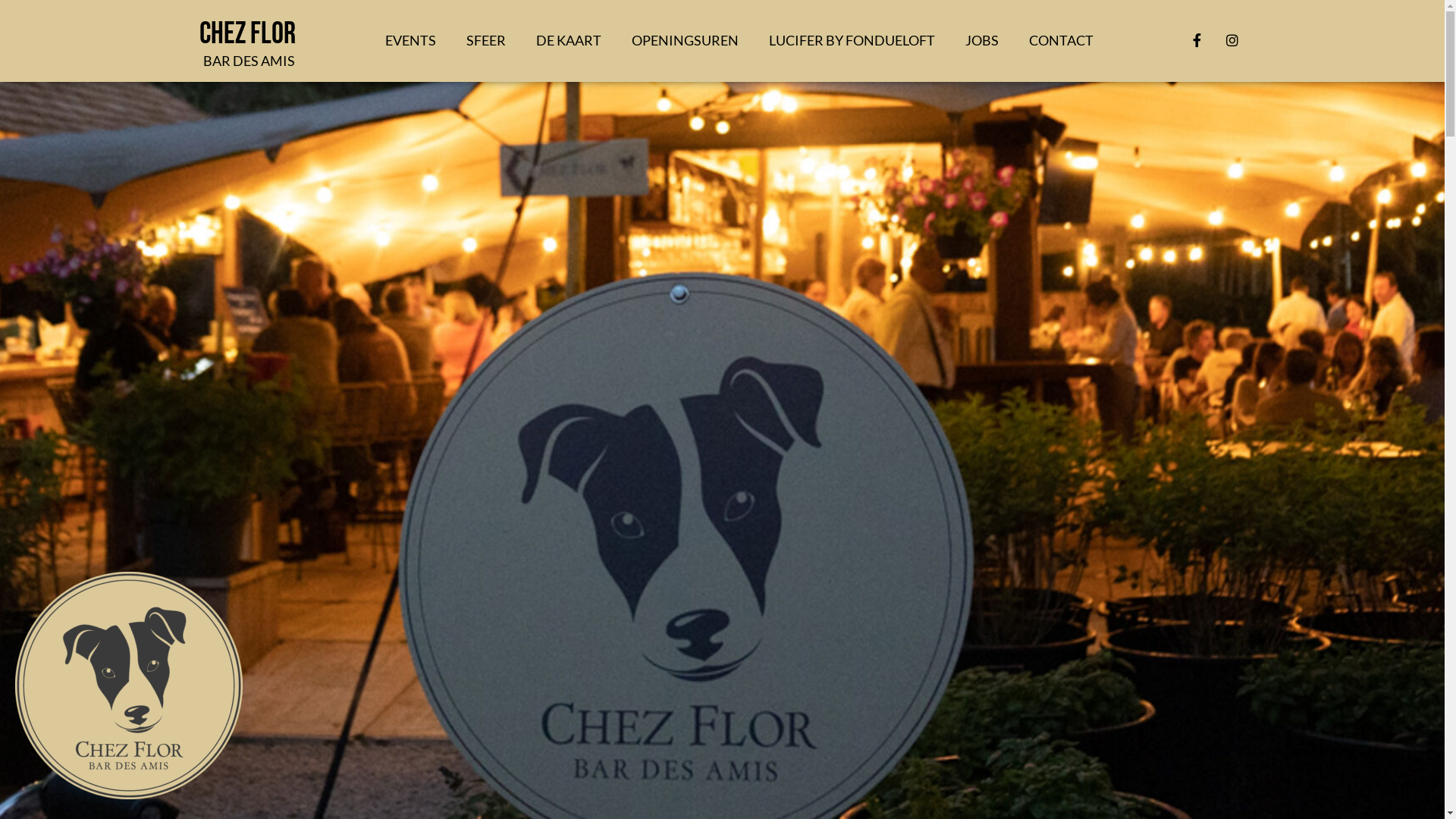 The width and height of the screenshot is (1456, 819). What do you see at coordinates (410, 39) in the screenshot?
I see `'EVENTS'` at bounding box center [410, 39].